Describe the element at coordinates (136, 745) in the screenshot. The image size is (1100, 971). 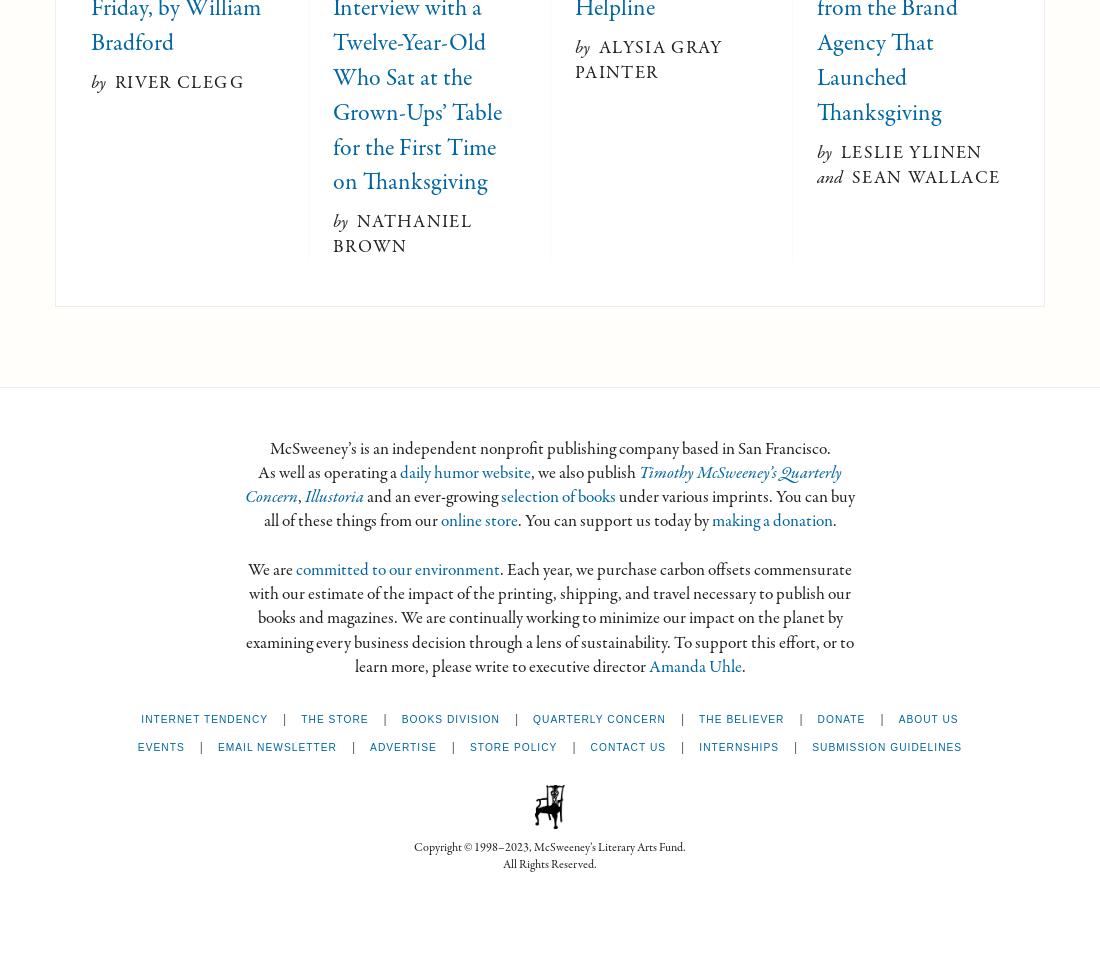
I see `'Events'` at that location.